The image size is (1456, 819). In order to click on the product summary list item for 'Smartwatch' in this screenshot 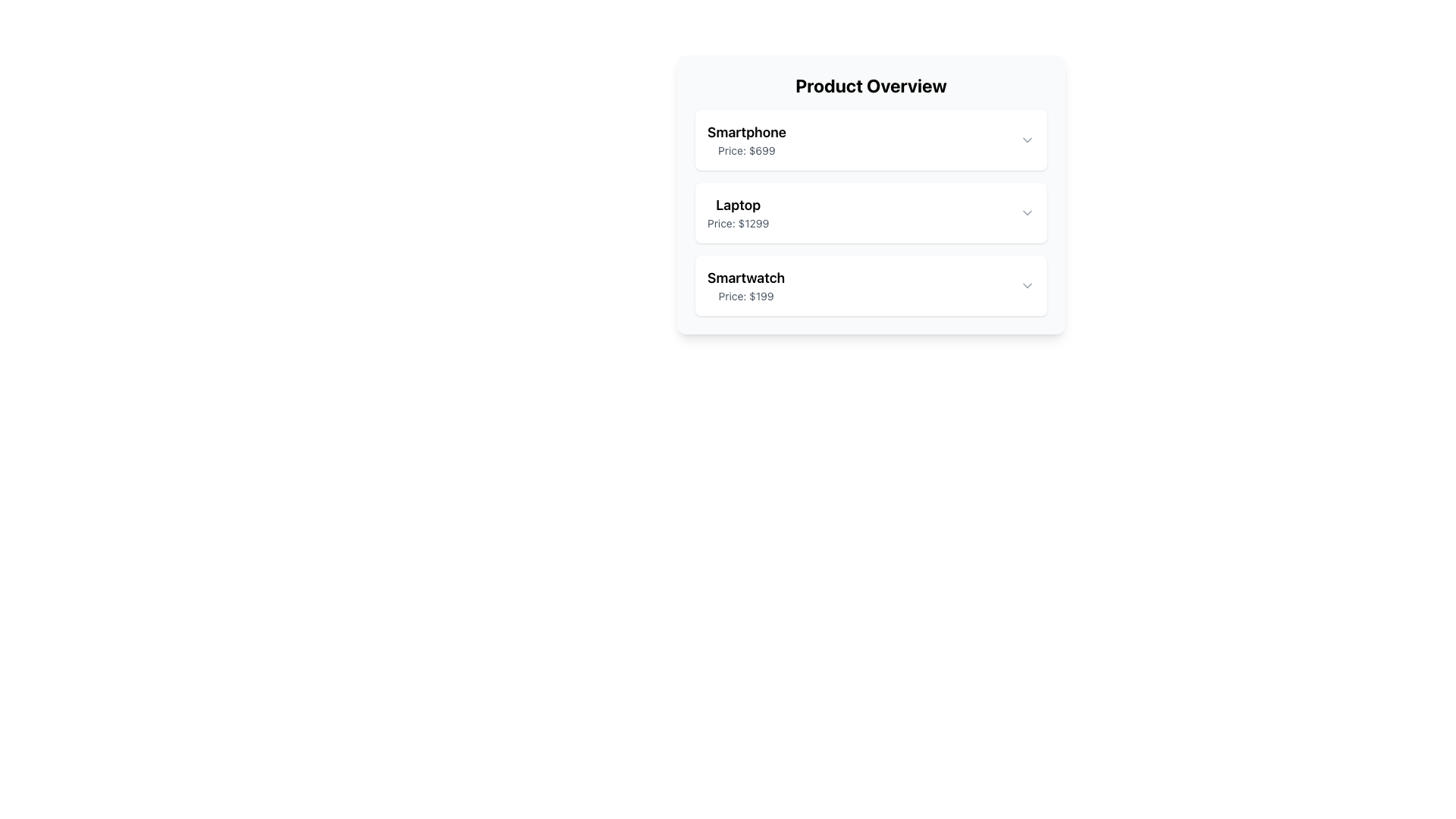, I will do `click(871, 286)`.